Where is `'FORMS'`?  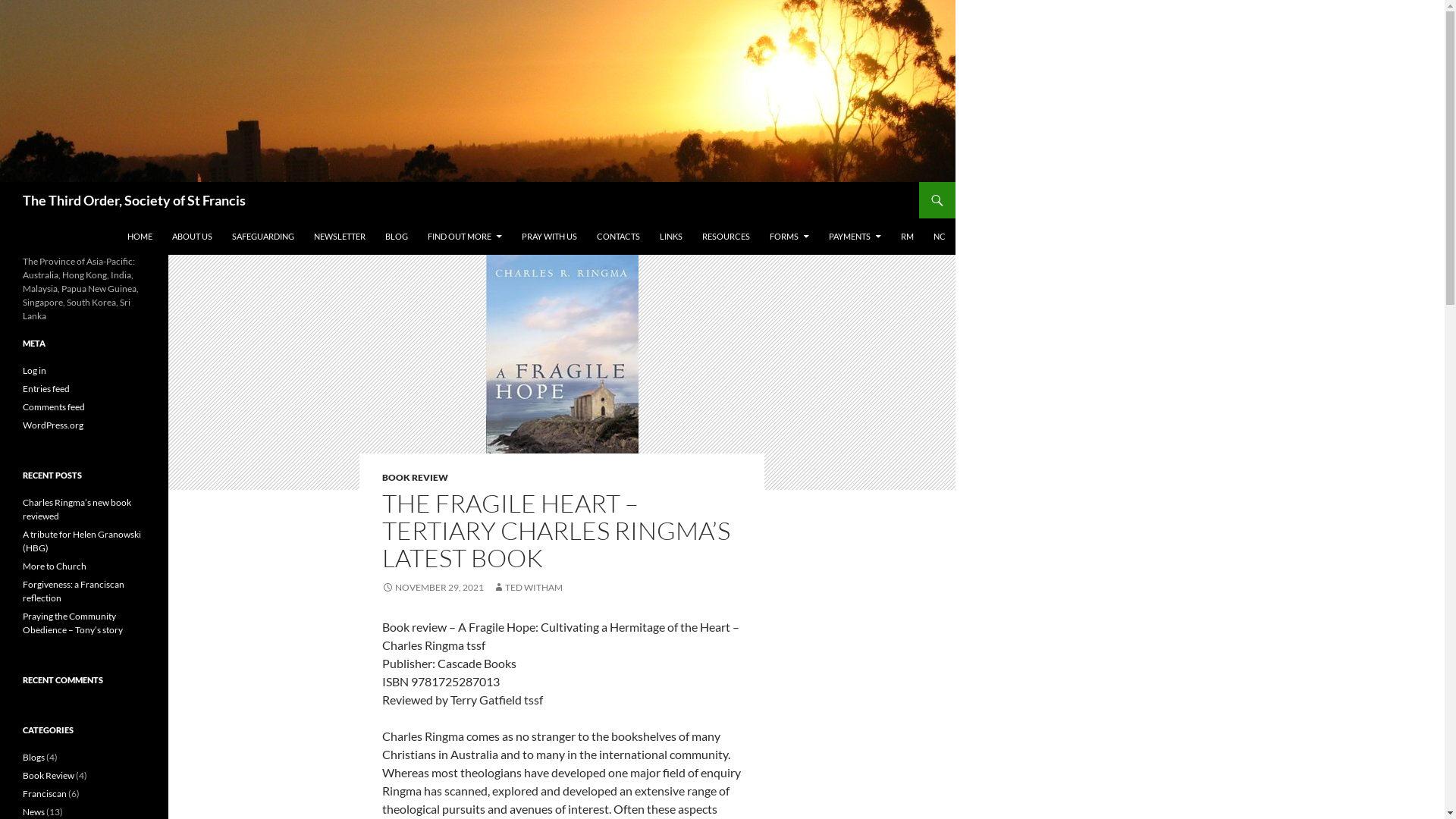
'FORMS' is located at coordinates (761, 237).